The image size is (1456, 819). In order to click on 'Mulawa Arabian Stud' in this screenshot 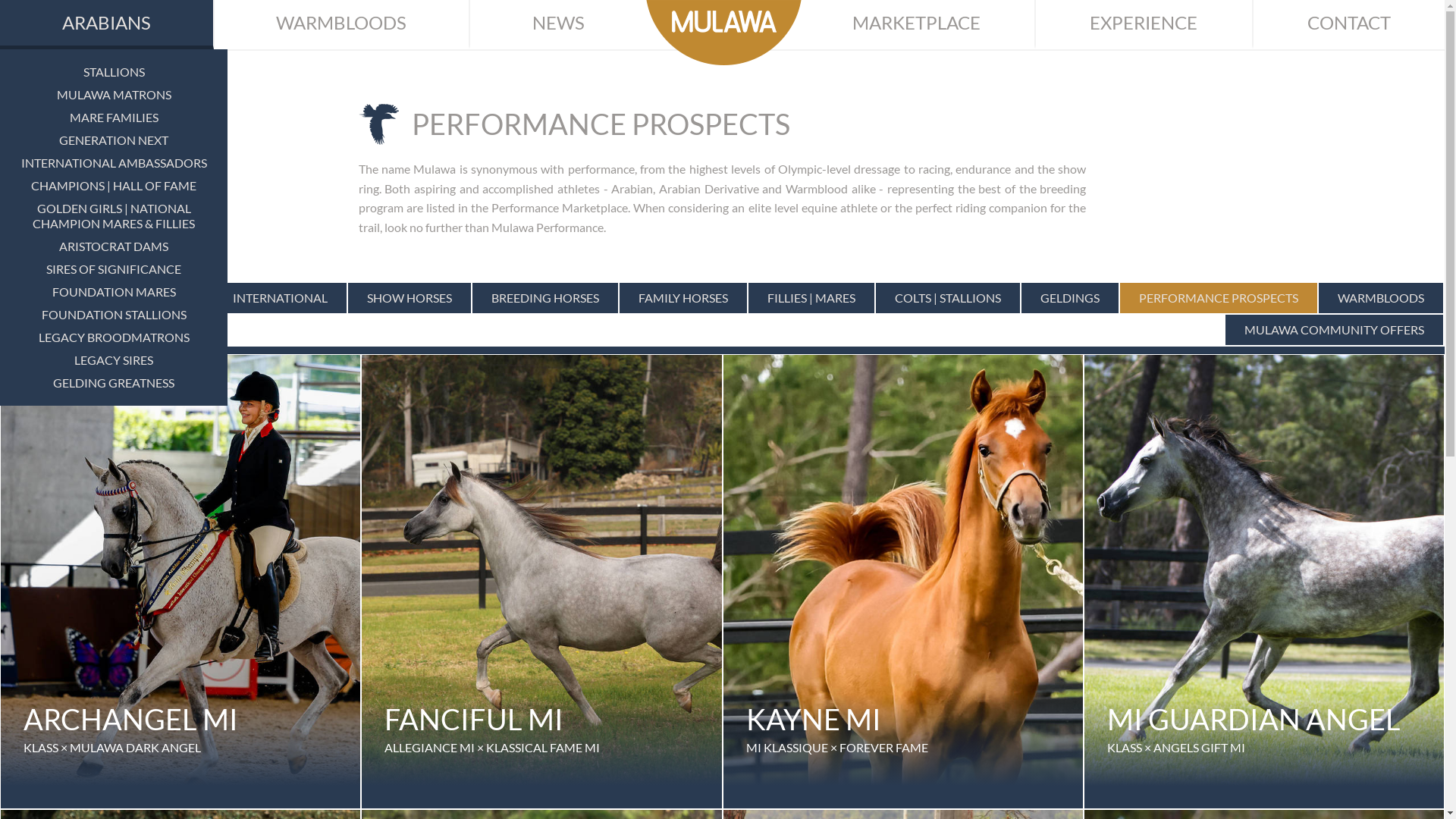, I will do `click(723, 32)`.